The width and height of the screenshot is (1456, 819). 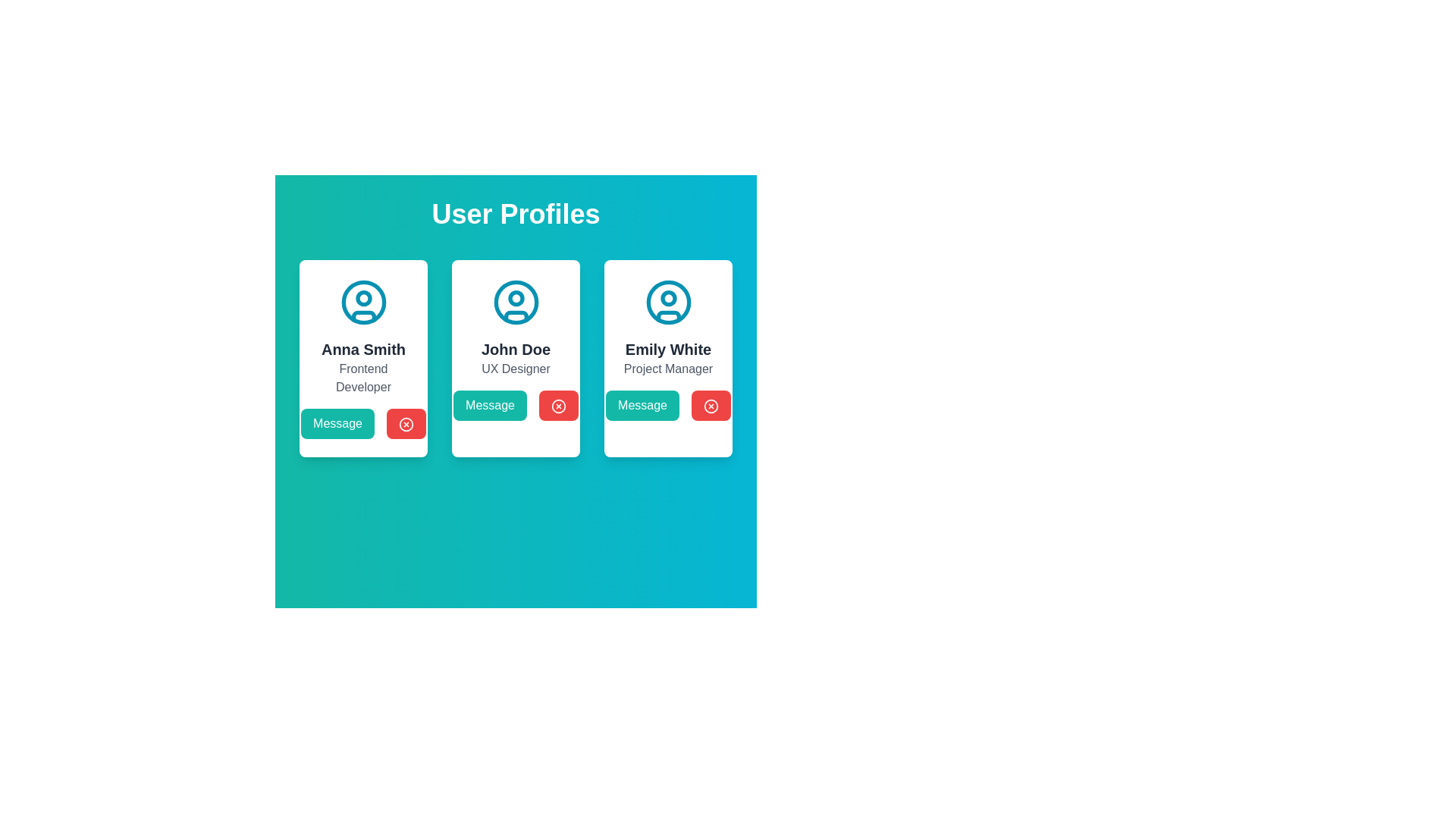 What do you see at coordinates (362, 424) in the screenshot?
I see `the rectangular teal button labeled 'Message' to observe any visual feedback` at bounding box center [362, 424].